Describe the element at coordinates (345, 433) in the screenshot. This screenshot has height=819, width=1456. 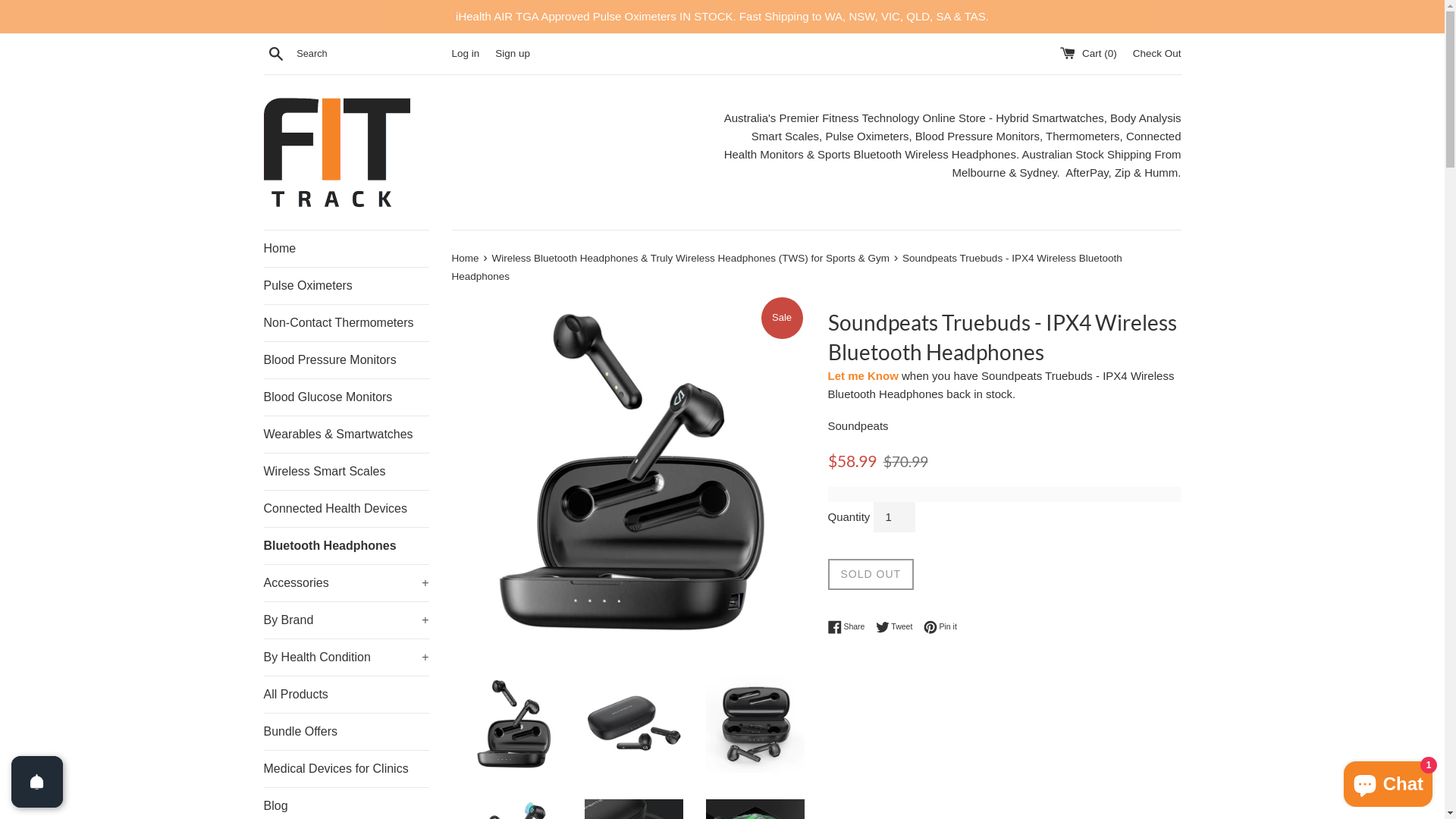
I see `'Wearables & Smartwatches'` at that location.